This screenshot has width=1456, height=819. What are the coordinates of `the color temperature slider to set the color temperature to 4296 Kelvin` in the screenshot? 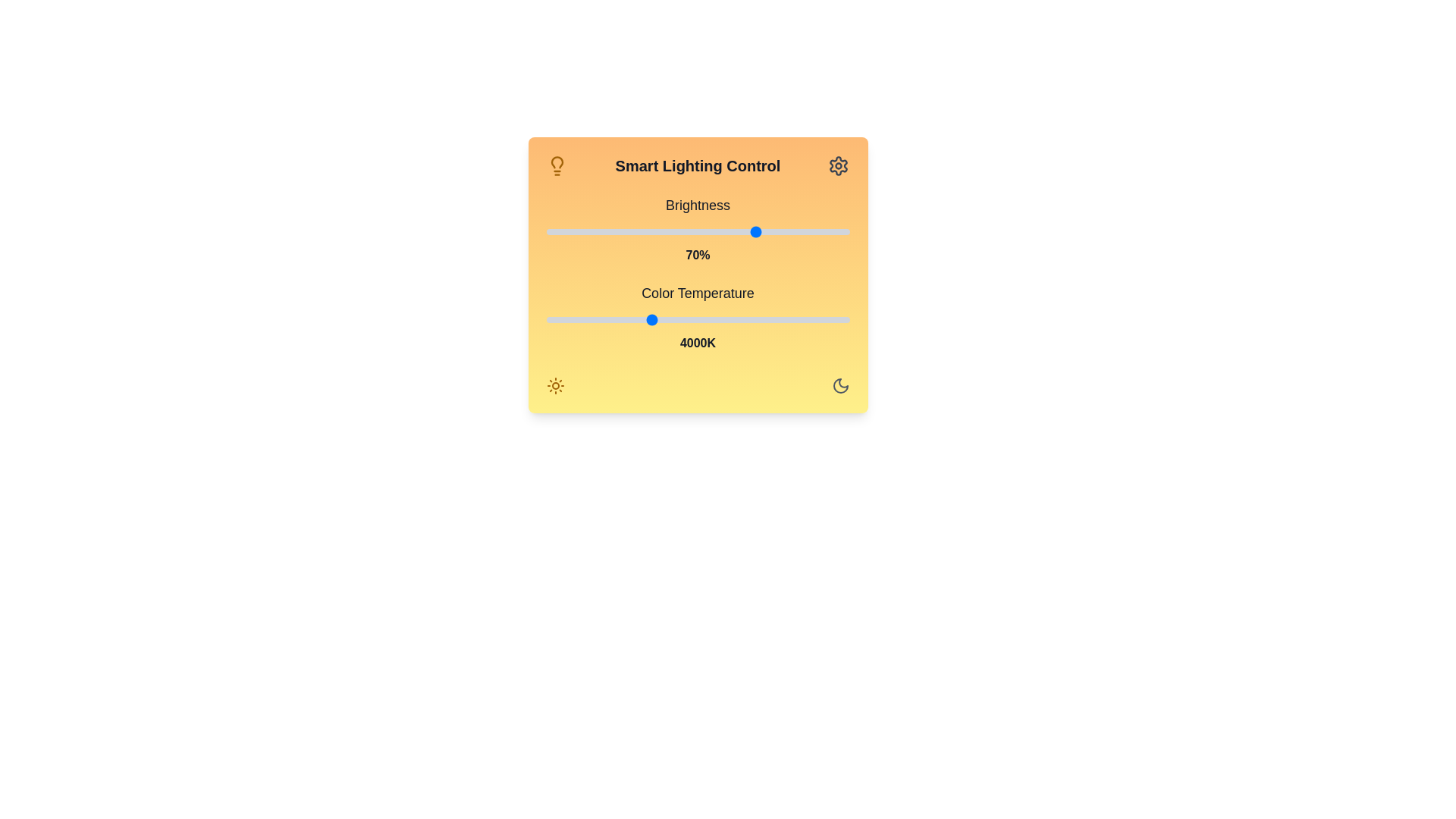 It's located at (673, 318).